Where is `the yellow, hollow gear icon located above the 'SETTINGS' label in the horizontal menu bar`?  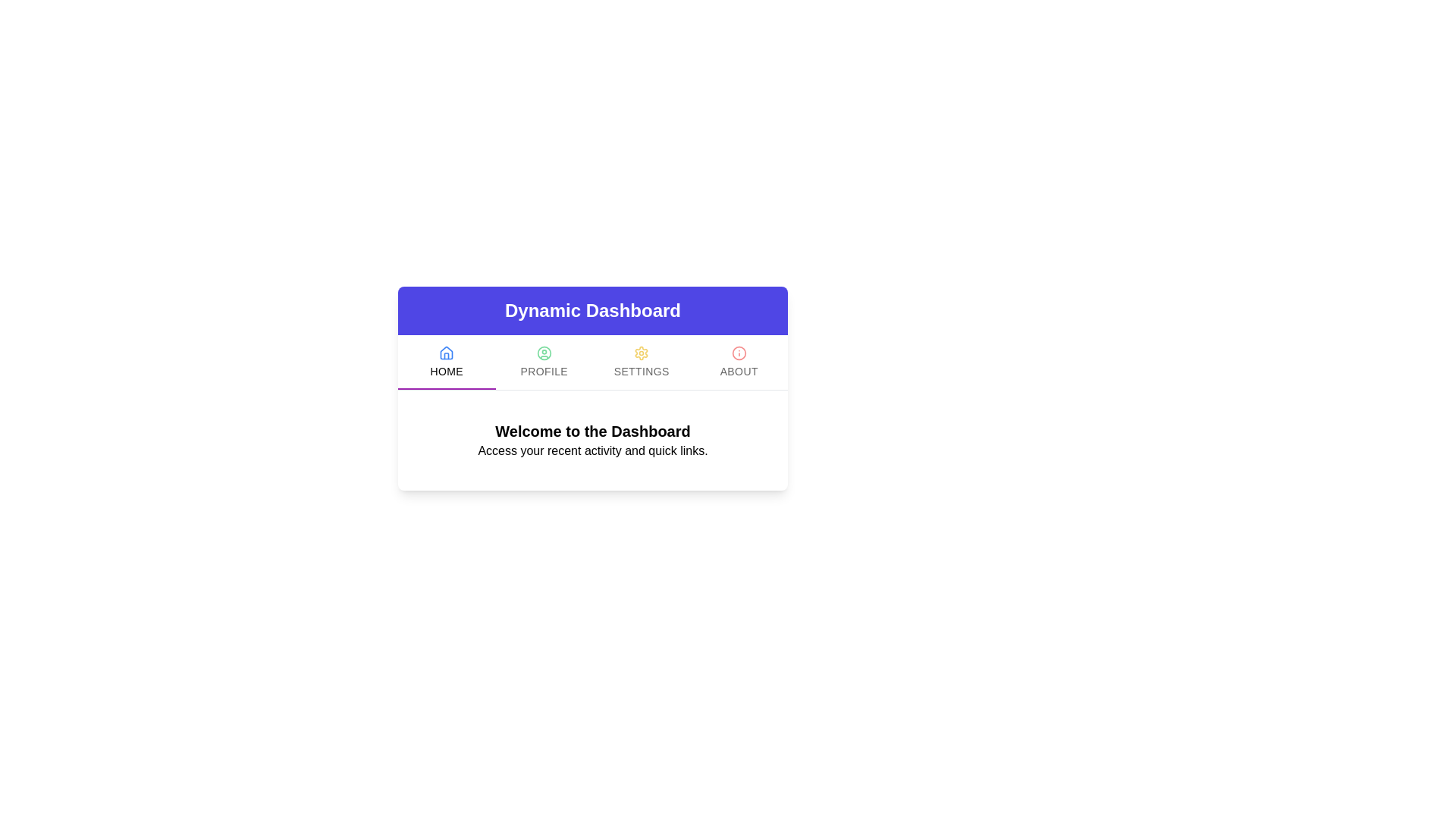
the yellow, hollow gear icon located above the 'SETTINGS' label in the horizontal menu bar is located at coordinates (642, 353).